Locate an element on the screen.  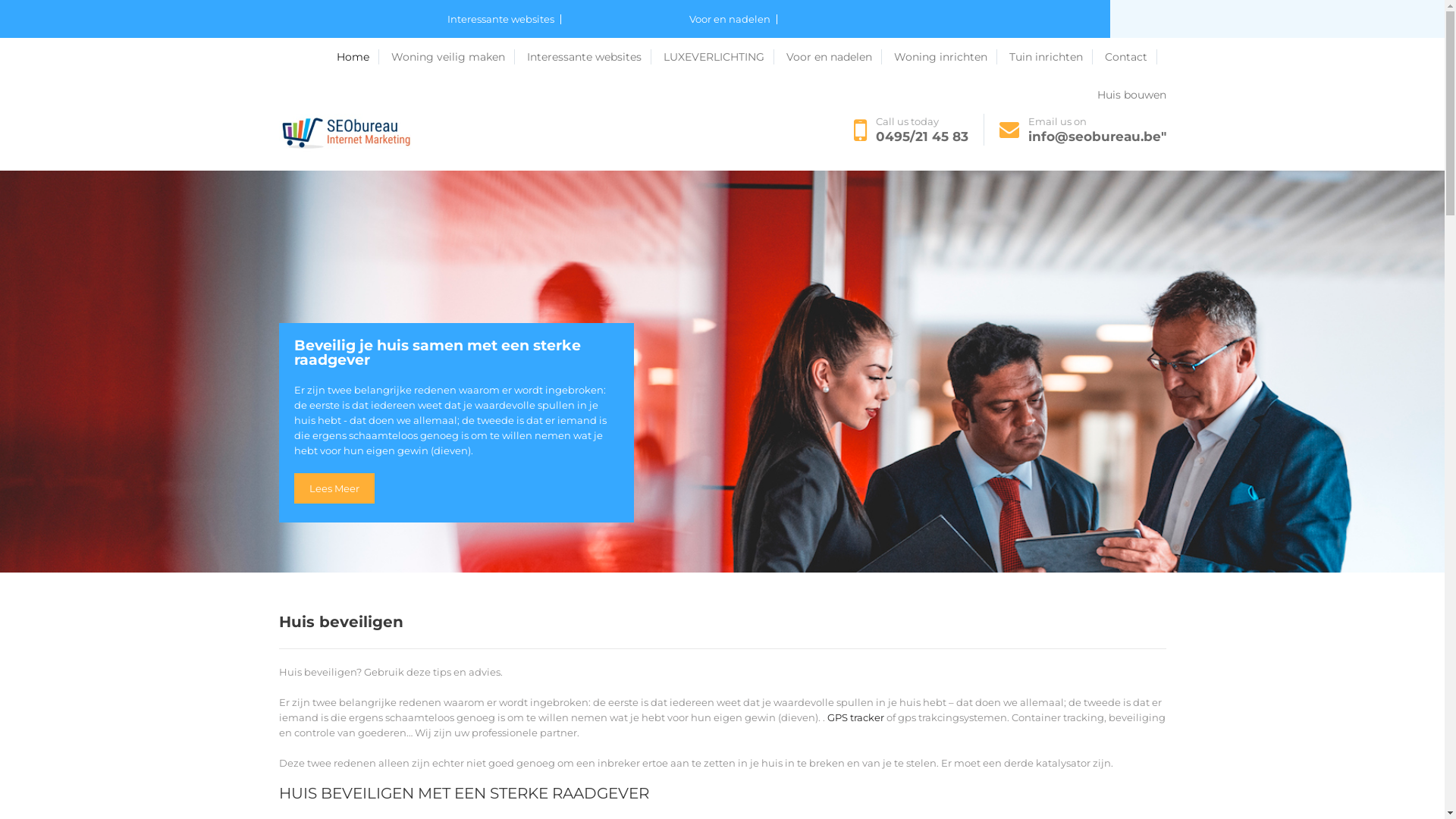
'Tuin inrichten' is located at coordinates (1008, 55).